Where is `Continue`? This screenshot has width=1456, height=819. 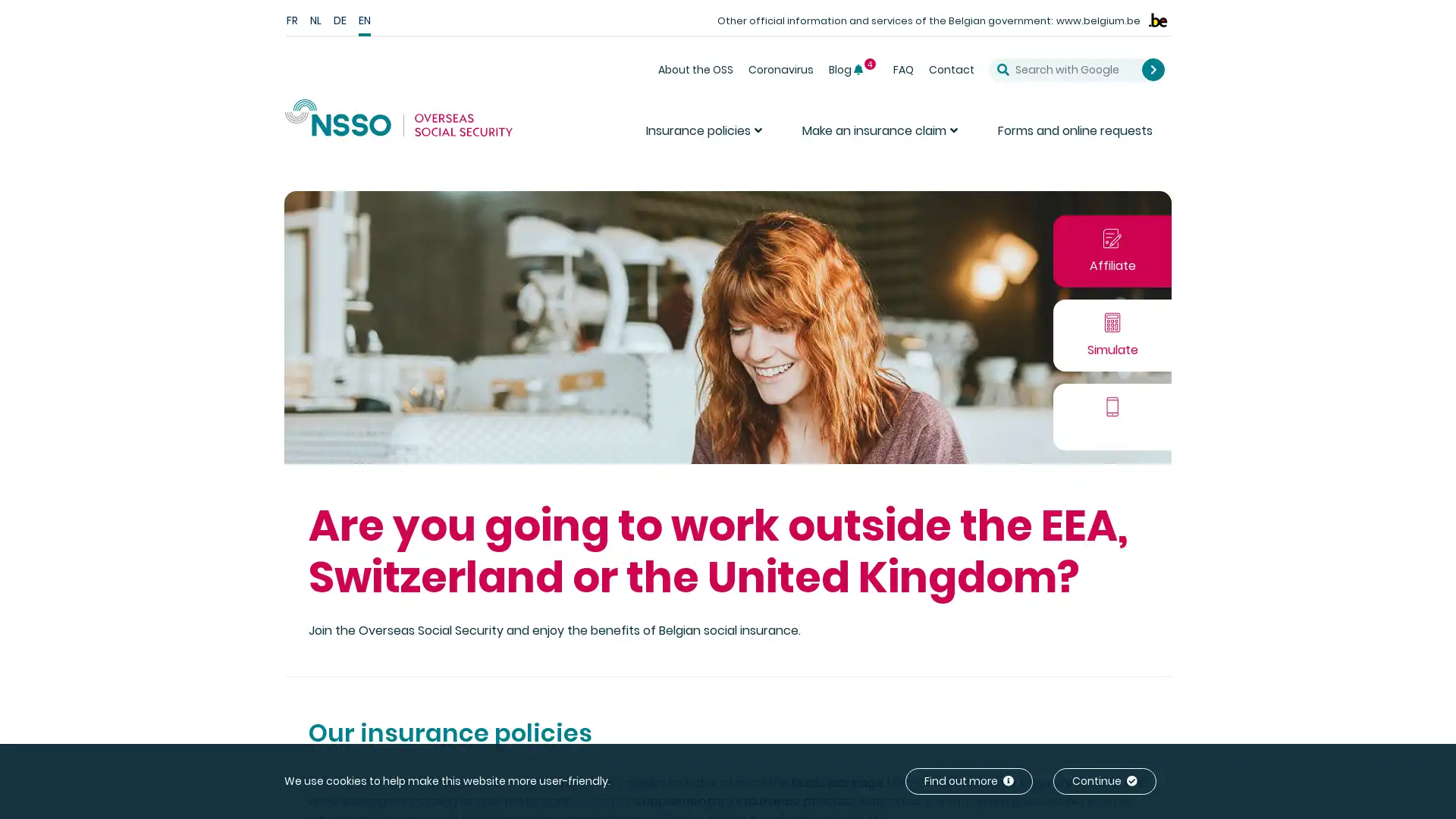
Continue is located at coordinates (1105, 781).